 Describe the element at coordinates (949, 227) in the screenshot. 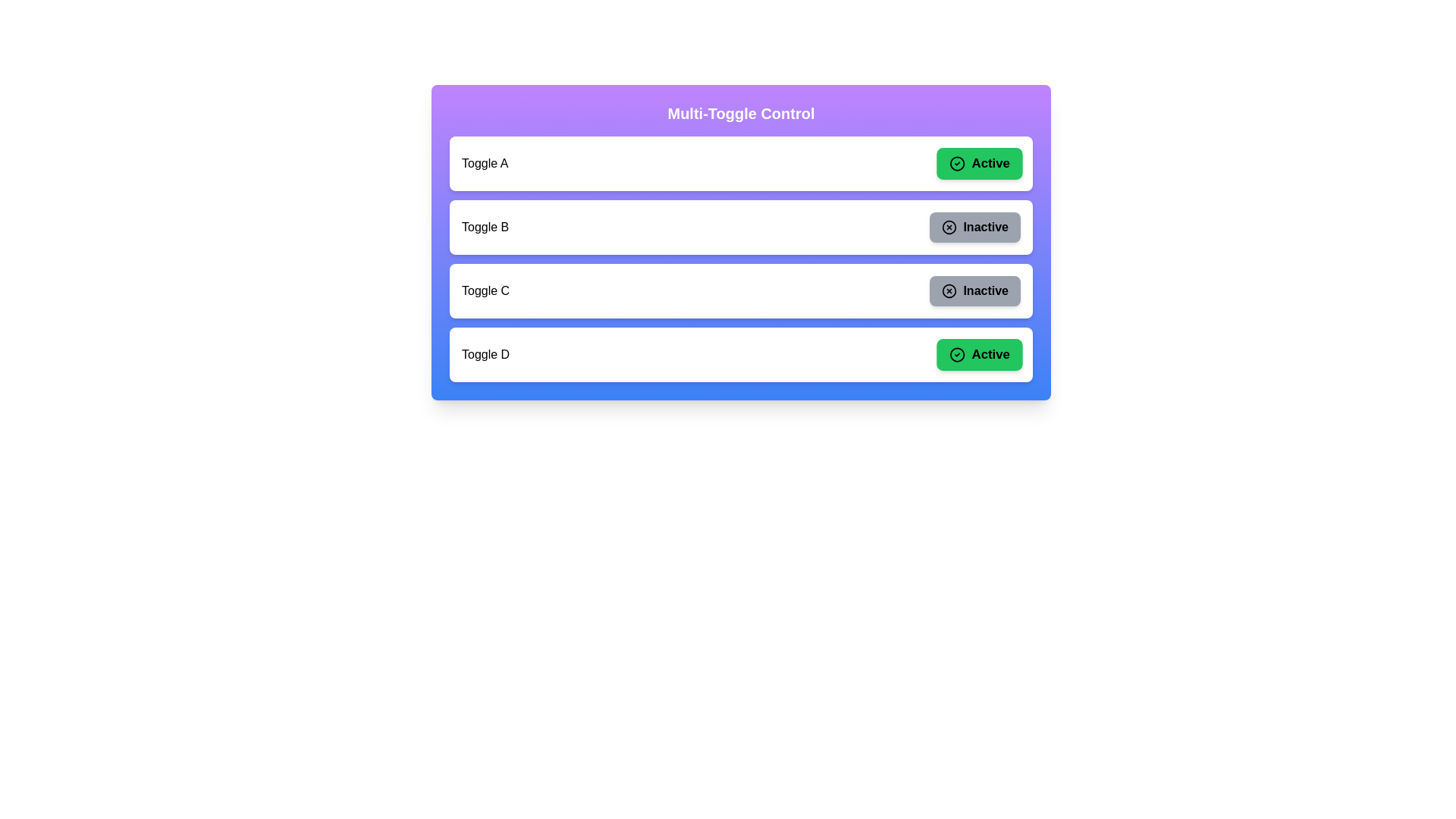

I see `the 'inactive' status icon located inside the toggle button labeled 'Inactive', which is the second button in a vertical set of toggle buttons` at that location.